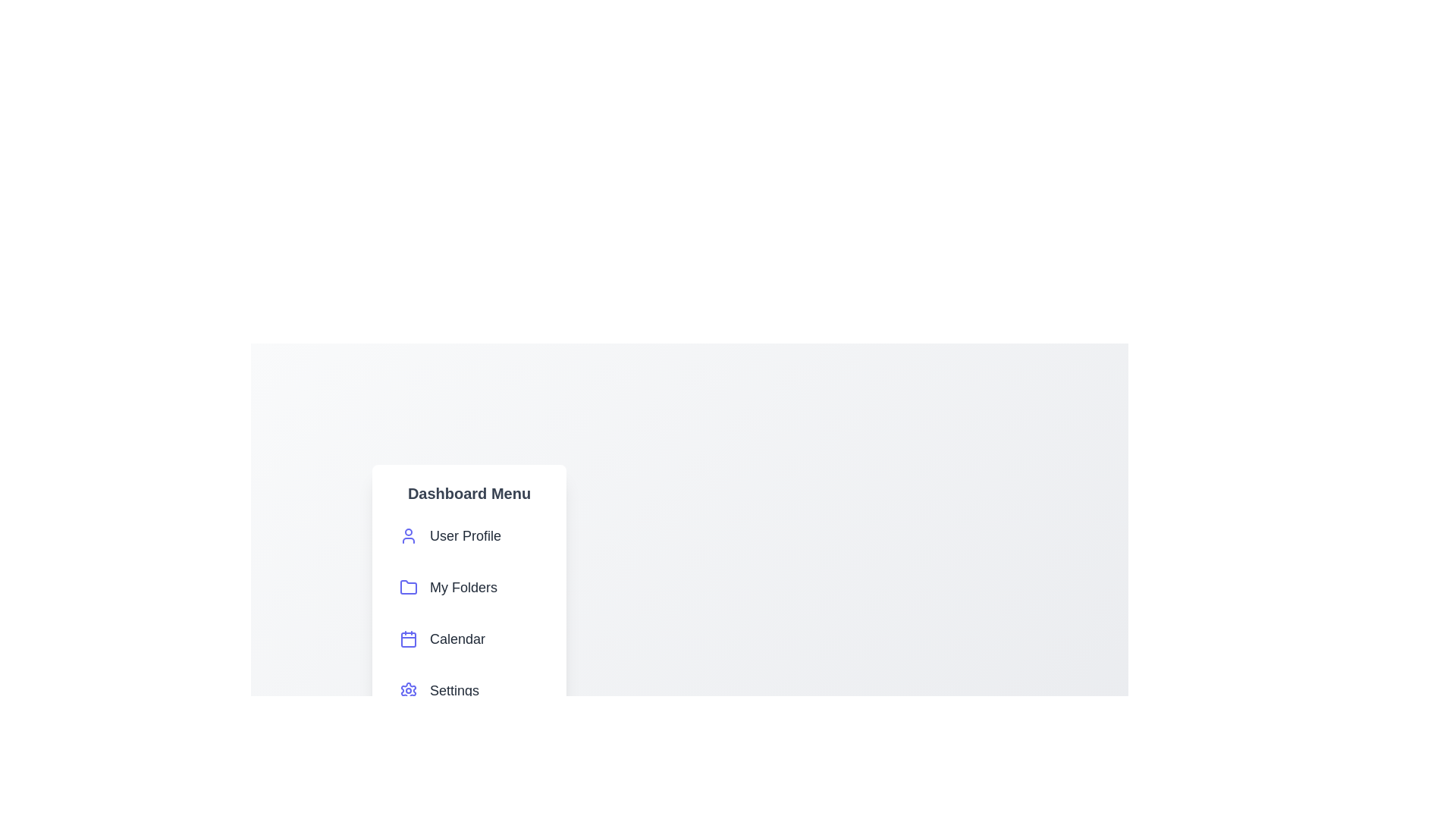 This screenshot has width=1456, height=819. I want to click on the menu item Settings to highlight it, so click(469, 690).